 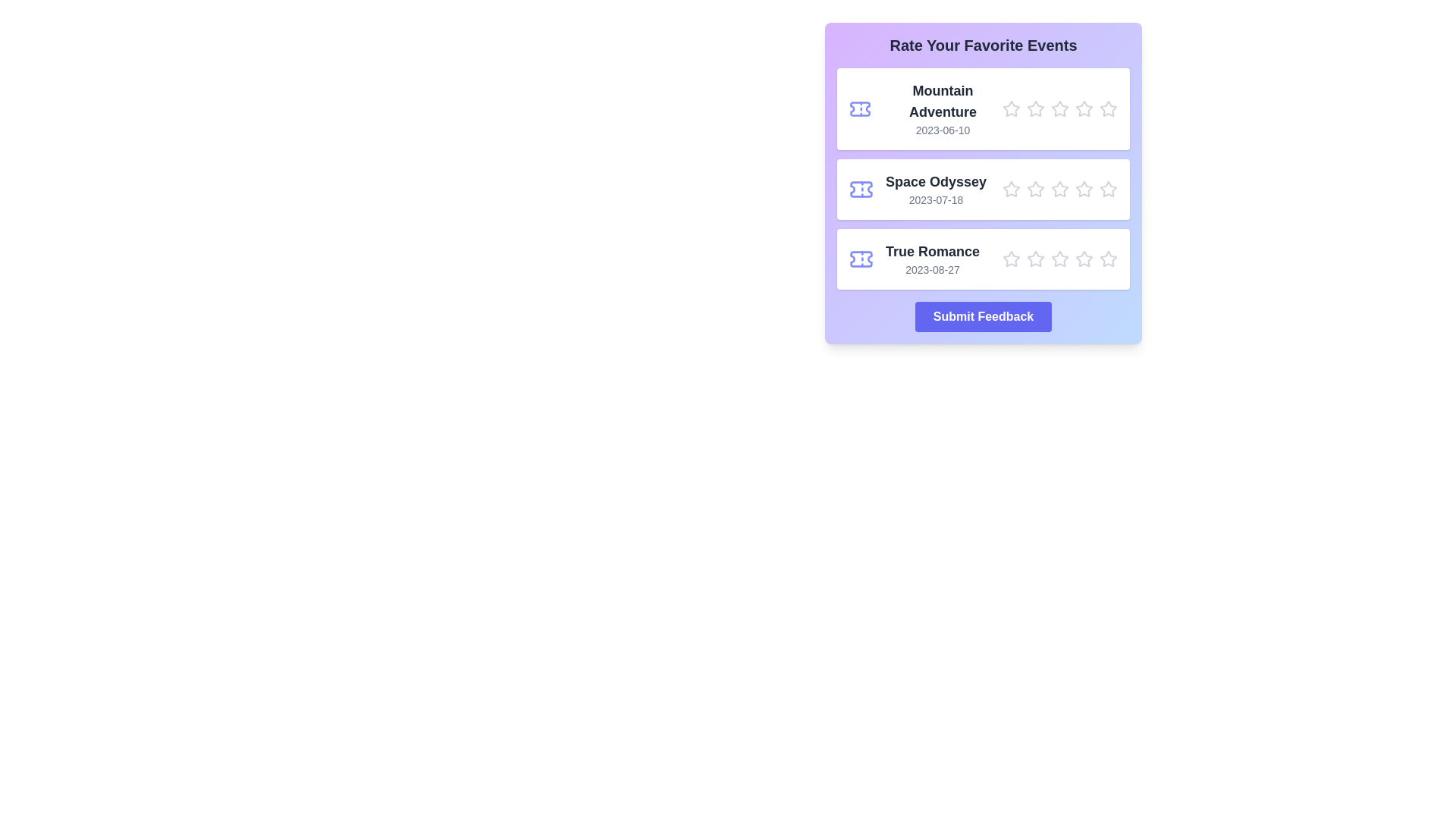 What do you see at coordinates (1109, 108) in the screenshot?
I see `the star corresponding to the rating 5 for the movie Mountain Adventure` at bounding box center [1109, 108].